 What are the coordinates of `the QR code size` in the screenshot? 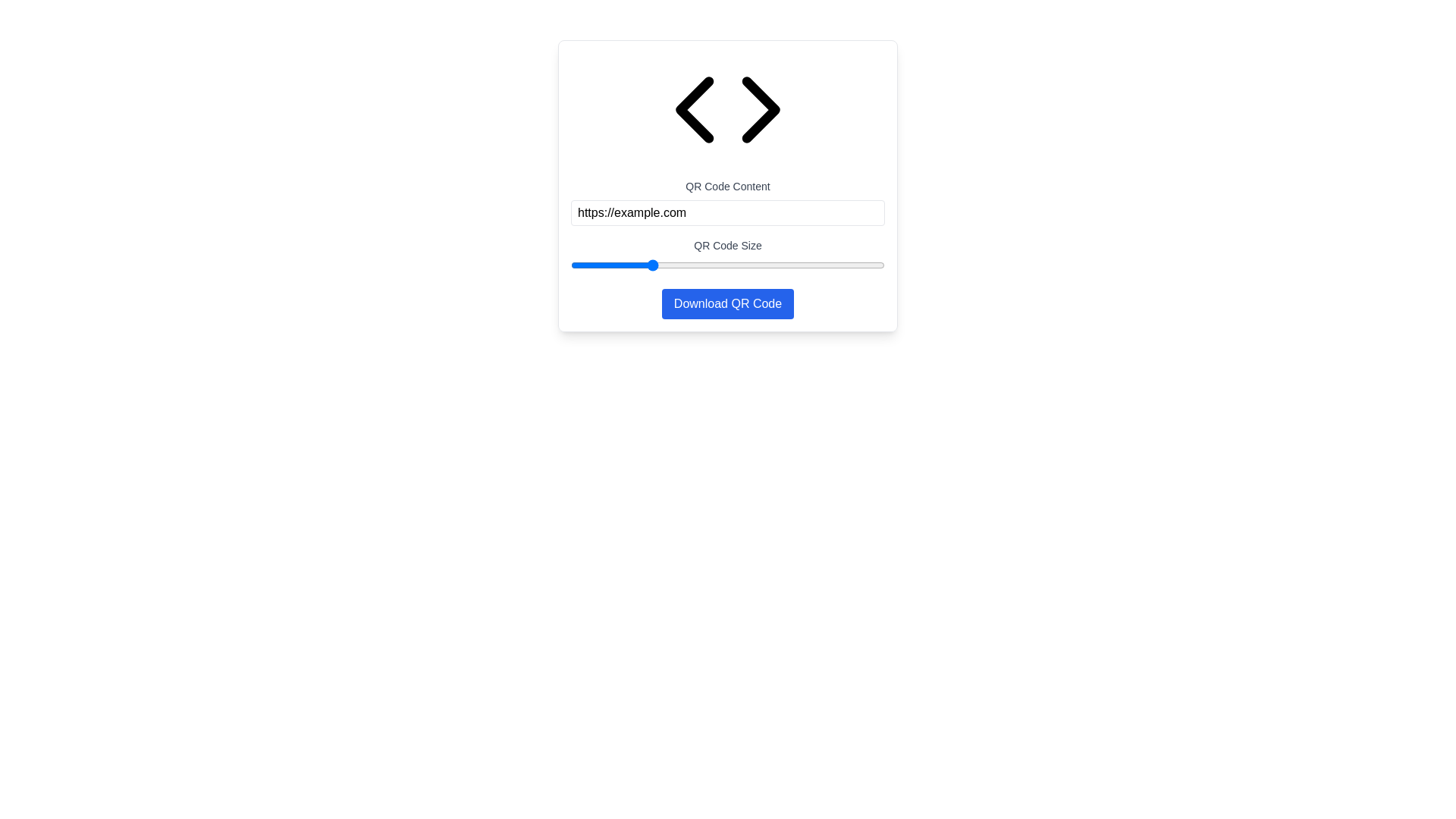 It's located at (827, 265).